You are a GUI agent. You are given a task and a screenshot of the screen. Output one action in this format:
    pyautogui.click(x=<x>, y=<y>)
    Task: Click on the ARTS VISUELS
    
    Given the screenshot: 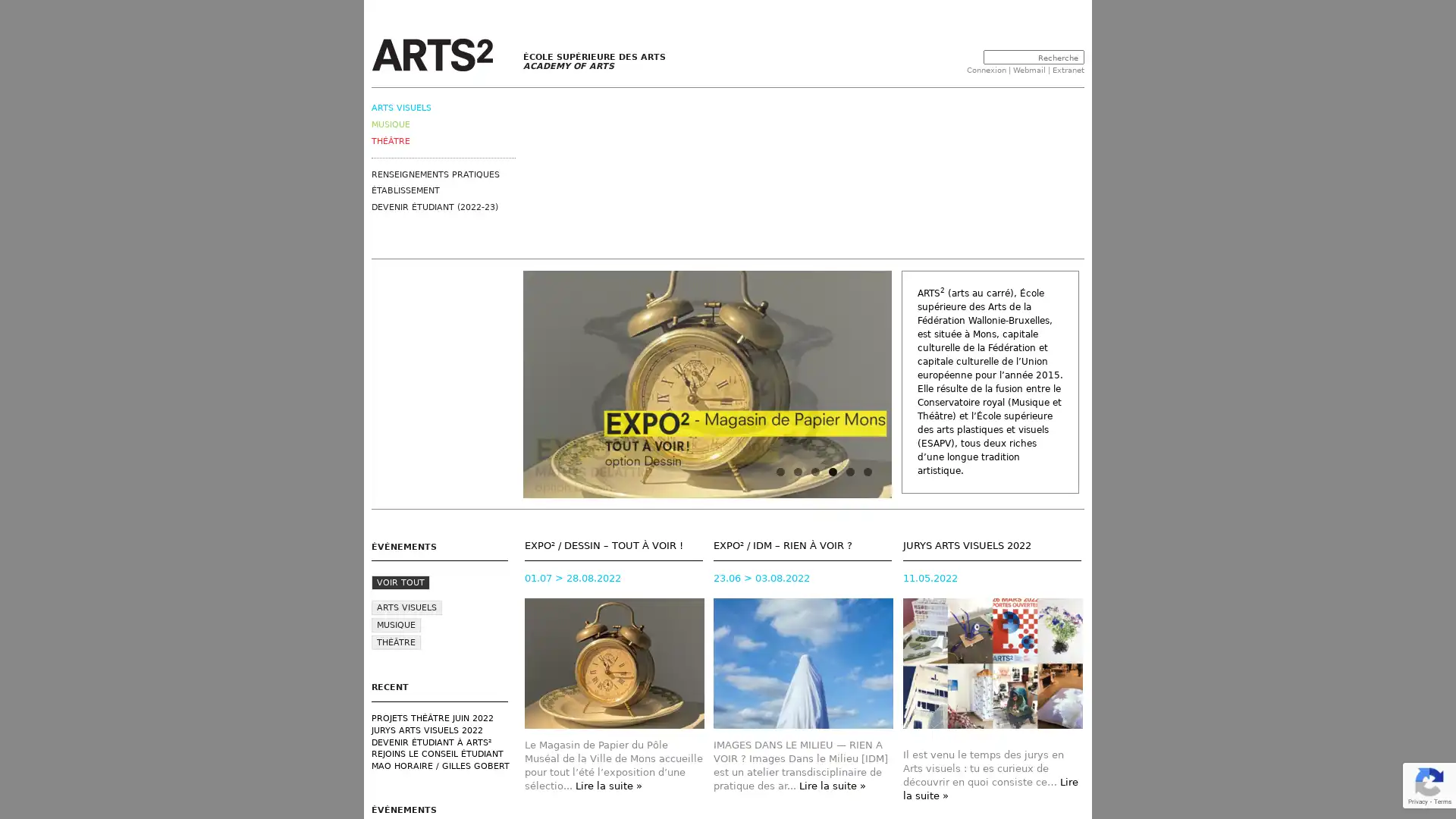 What is the action you would take?
    pyautogui.click(x=406, y=607)
    